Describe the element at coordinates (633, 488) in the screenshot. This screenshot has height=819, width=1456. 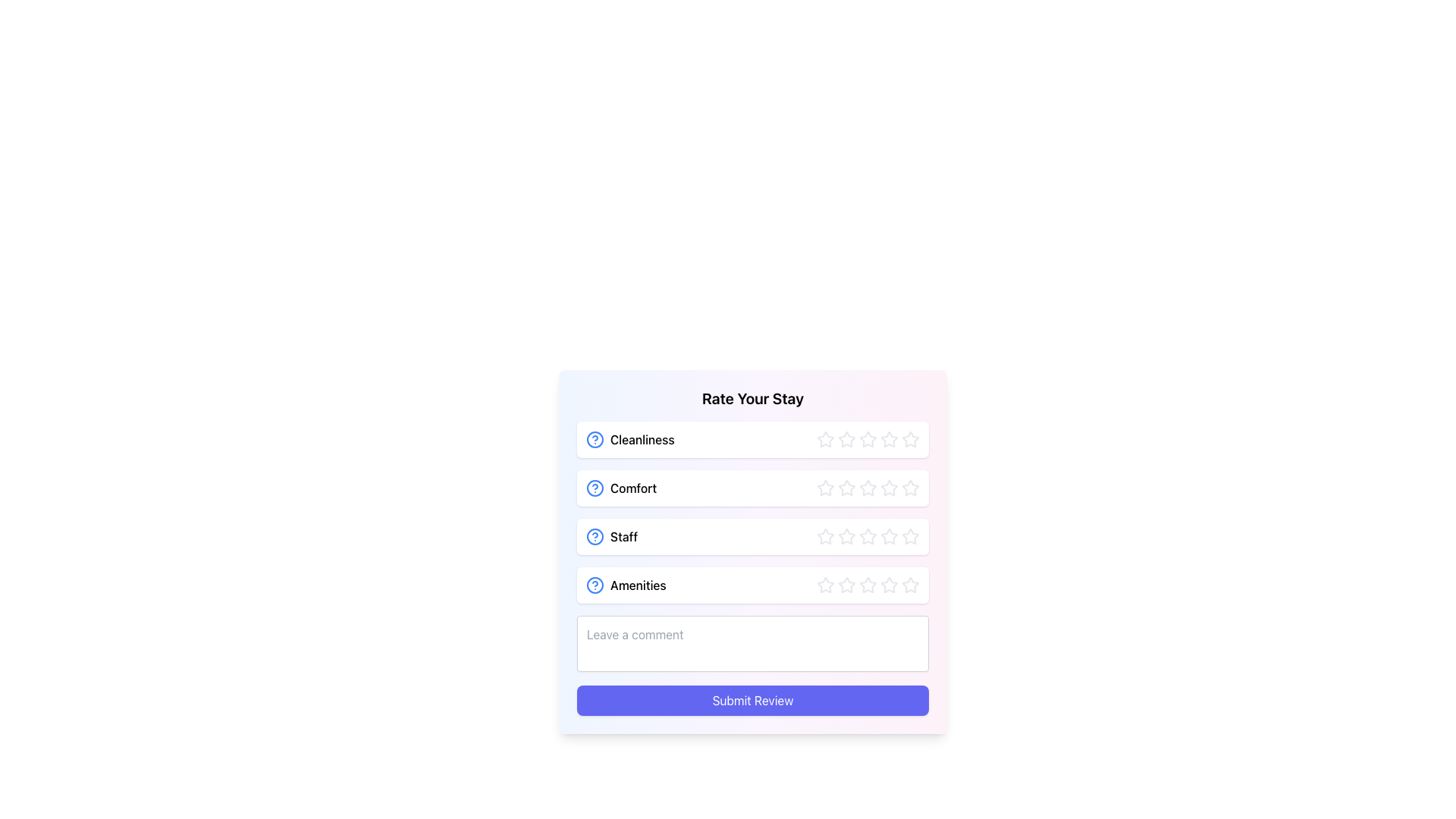
I see `the 'Comfort' text label, which indicates the rating criteria for 'Comfort' and is located below 'Cleanliness' and above 'Staff' in the 'Rate Your Stay' card layout` at that location.